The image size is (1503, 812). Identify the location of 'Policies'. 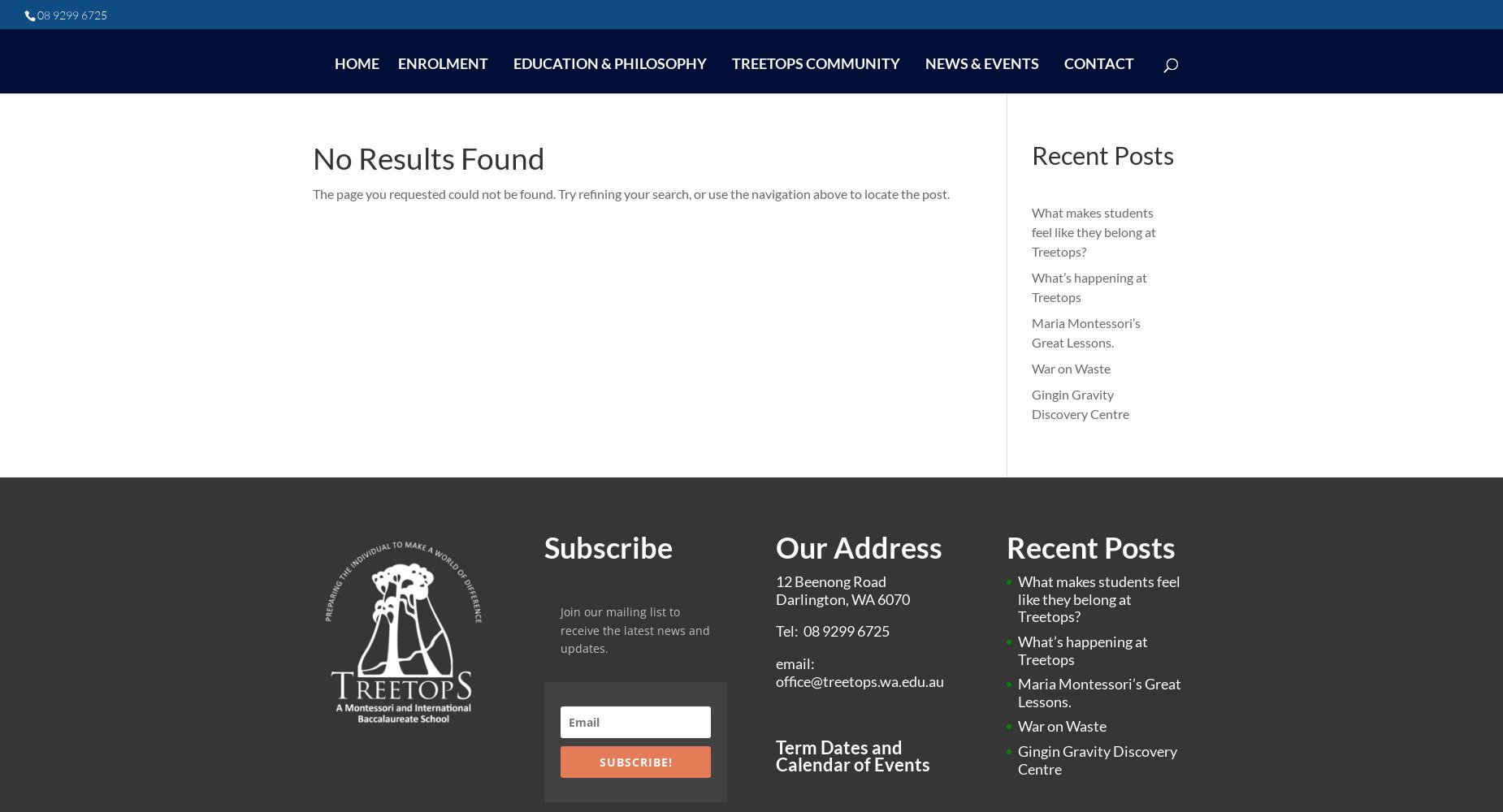
(768, 160).